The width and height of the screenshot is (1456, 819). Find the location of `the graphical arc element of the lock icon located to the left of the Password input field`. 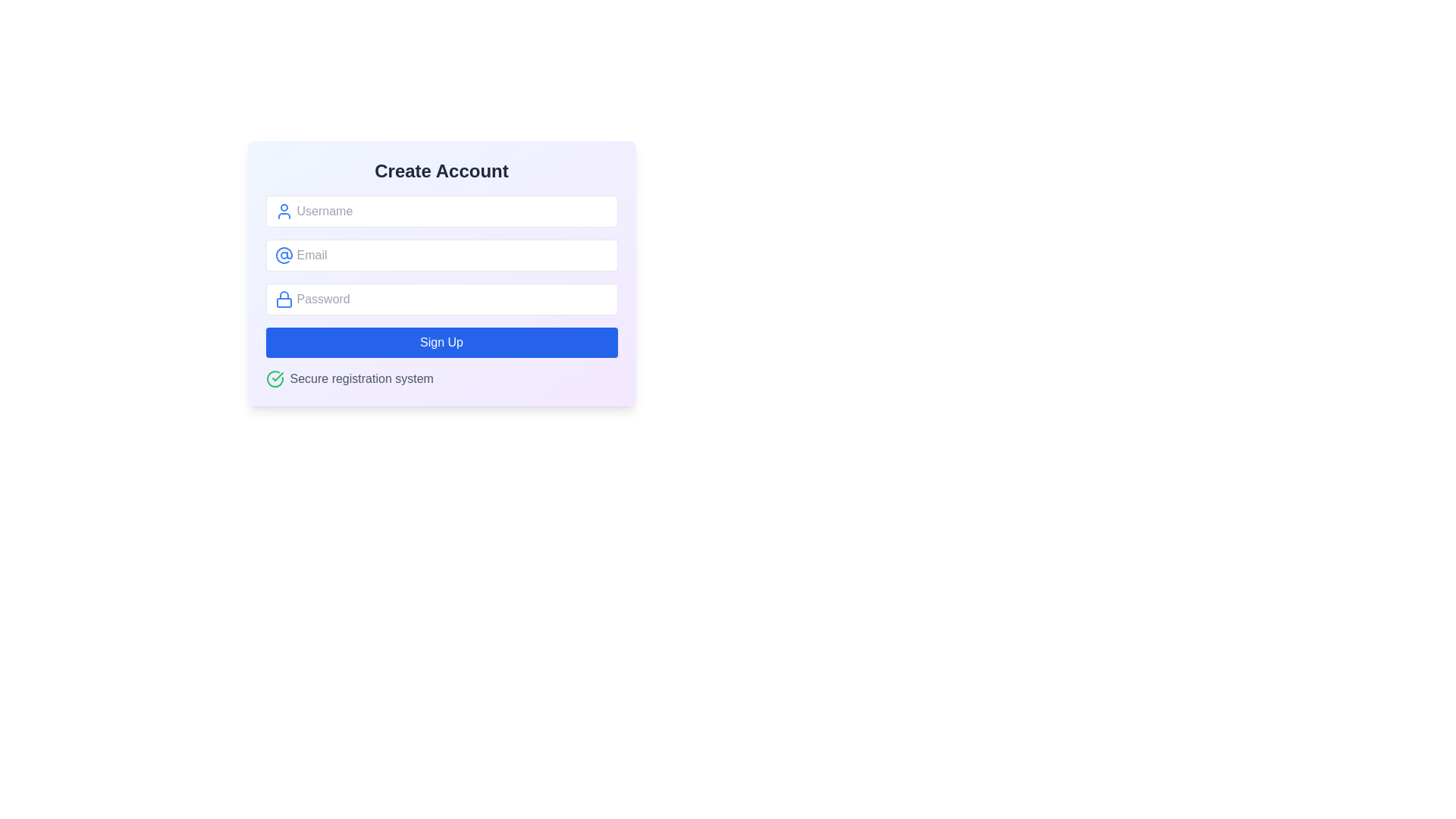

the graphical arc element of the lock icon located to the left of the Password input field is located at coordinates (284, 295).